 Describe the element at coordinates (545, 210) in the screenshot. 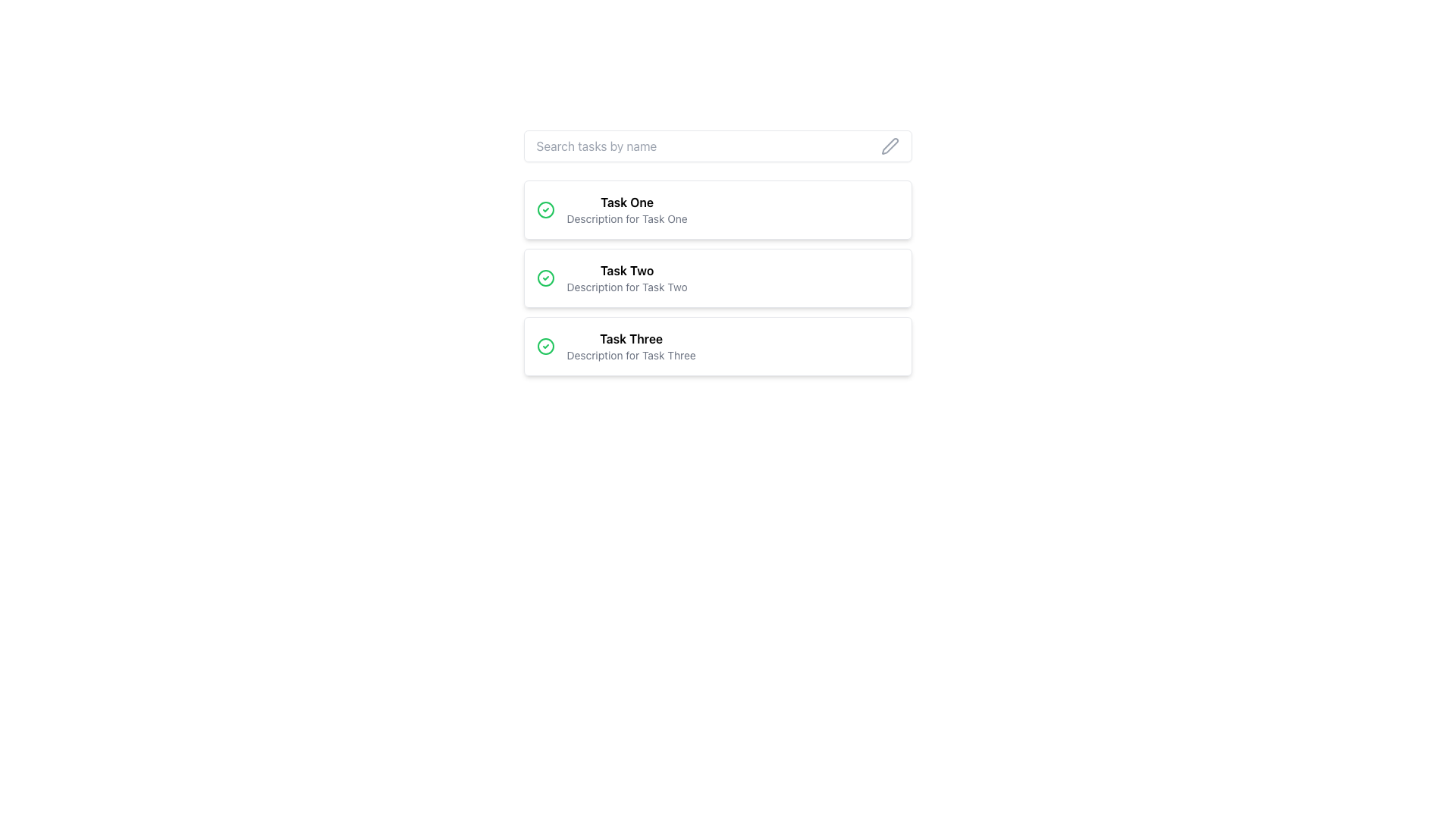

I see `the completion status icon represented by a checkmark, located to the left of the 'Task One' title in the first task card` at that location.